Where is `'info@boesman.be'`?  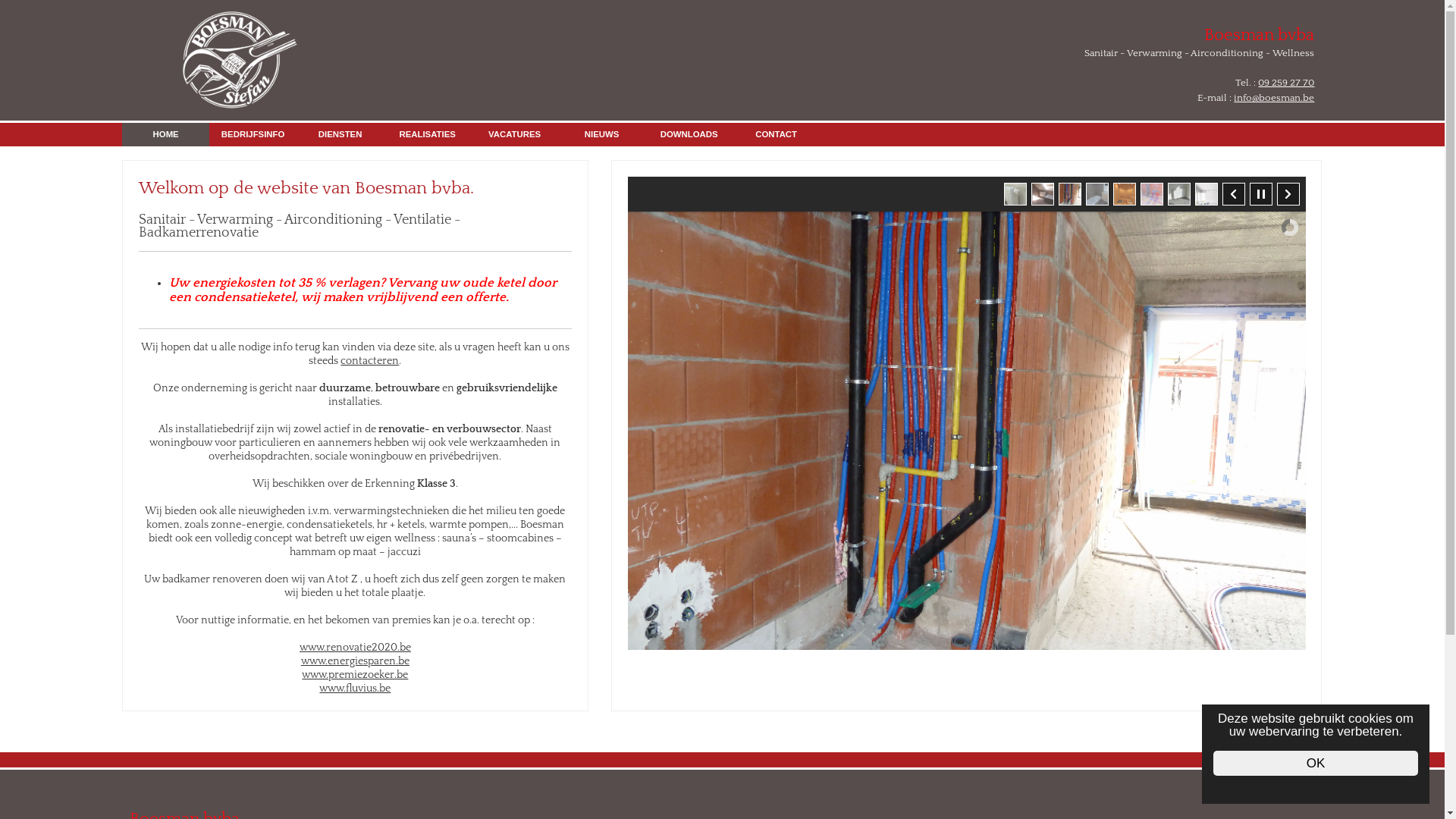
'info@boesman.be' is located at coordinates (1274, 97).